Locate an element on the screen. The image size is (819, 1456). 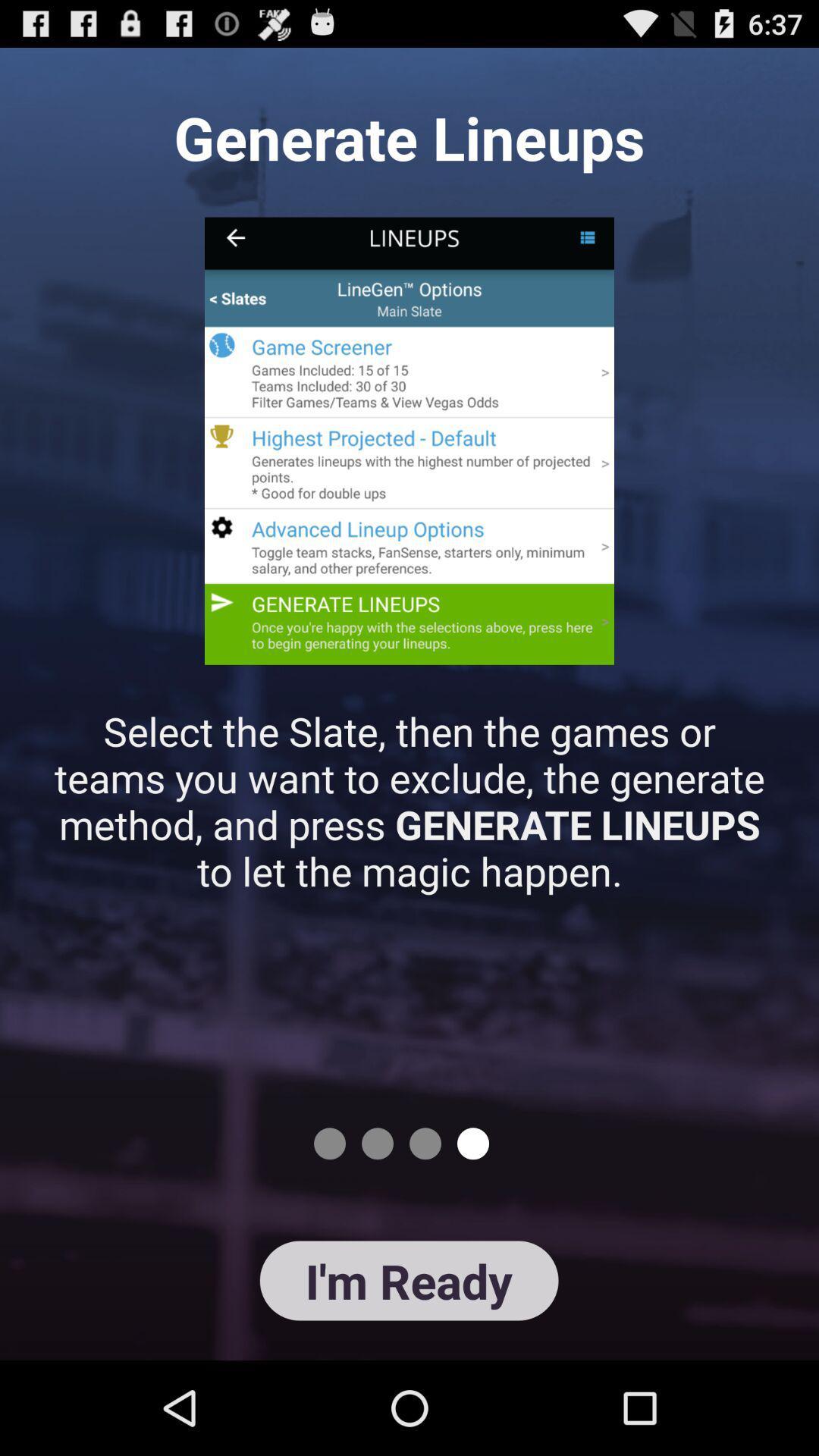
i'm ready is located at coordinates (408, 1280).